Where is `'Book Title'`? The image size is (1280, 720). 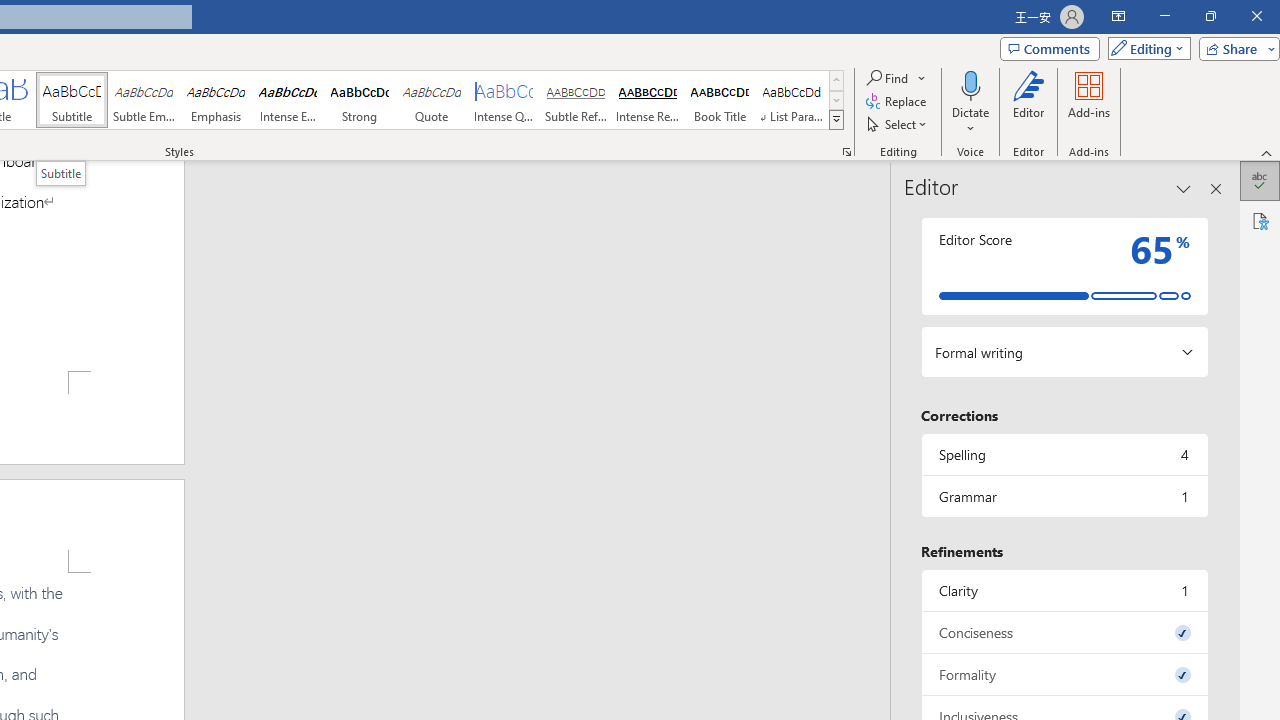 'Book Title' is located at coordinates (720, 100).